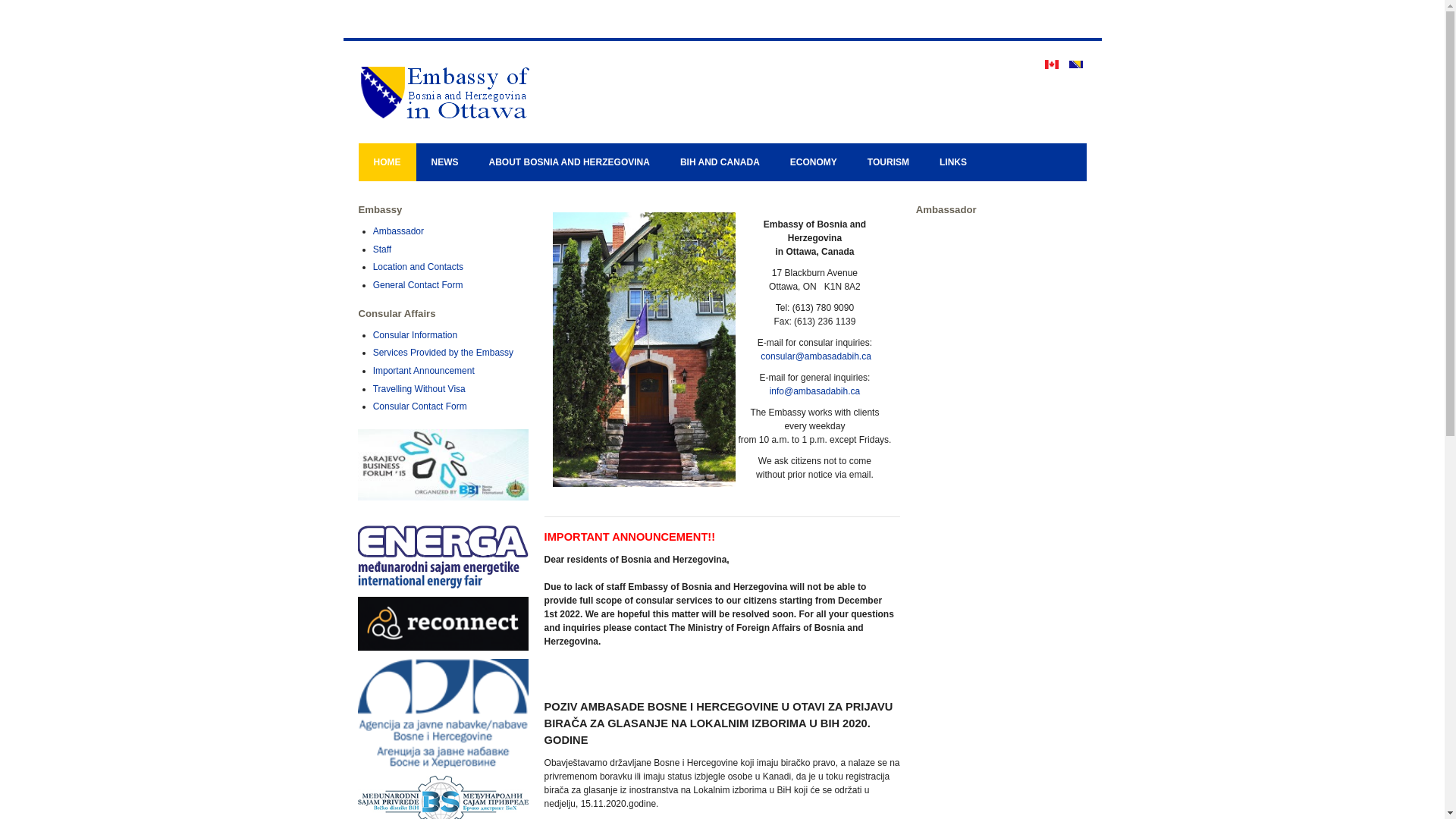  I want to click on 'Embassy of Bosnia and Herzegovina in Ottawa', so click(510, 92).